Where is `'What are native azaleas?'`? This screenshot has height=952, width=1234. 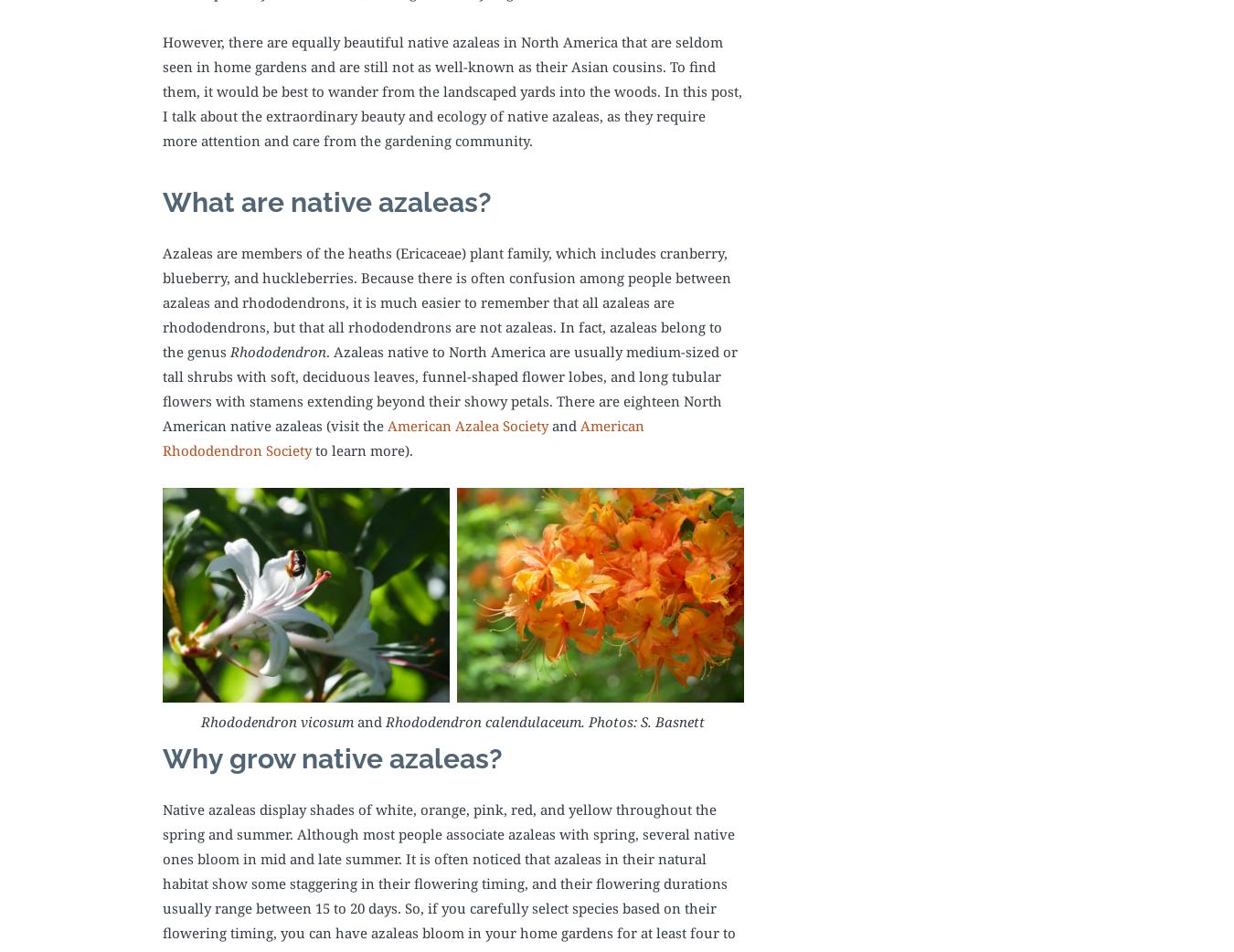 'What are native azaleas?' is located at coordinates (327, 200).